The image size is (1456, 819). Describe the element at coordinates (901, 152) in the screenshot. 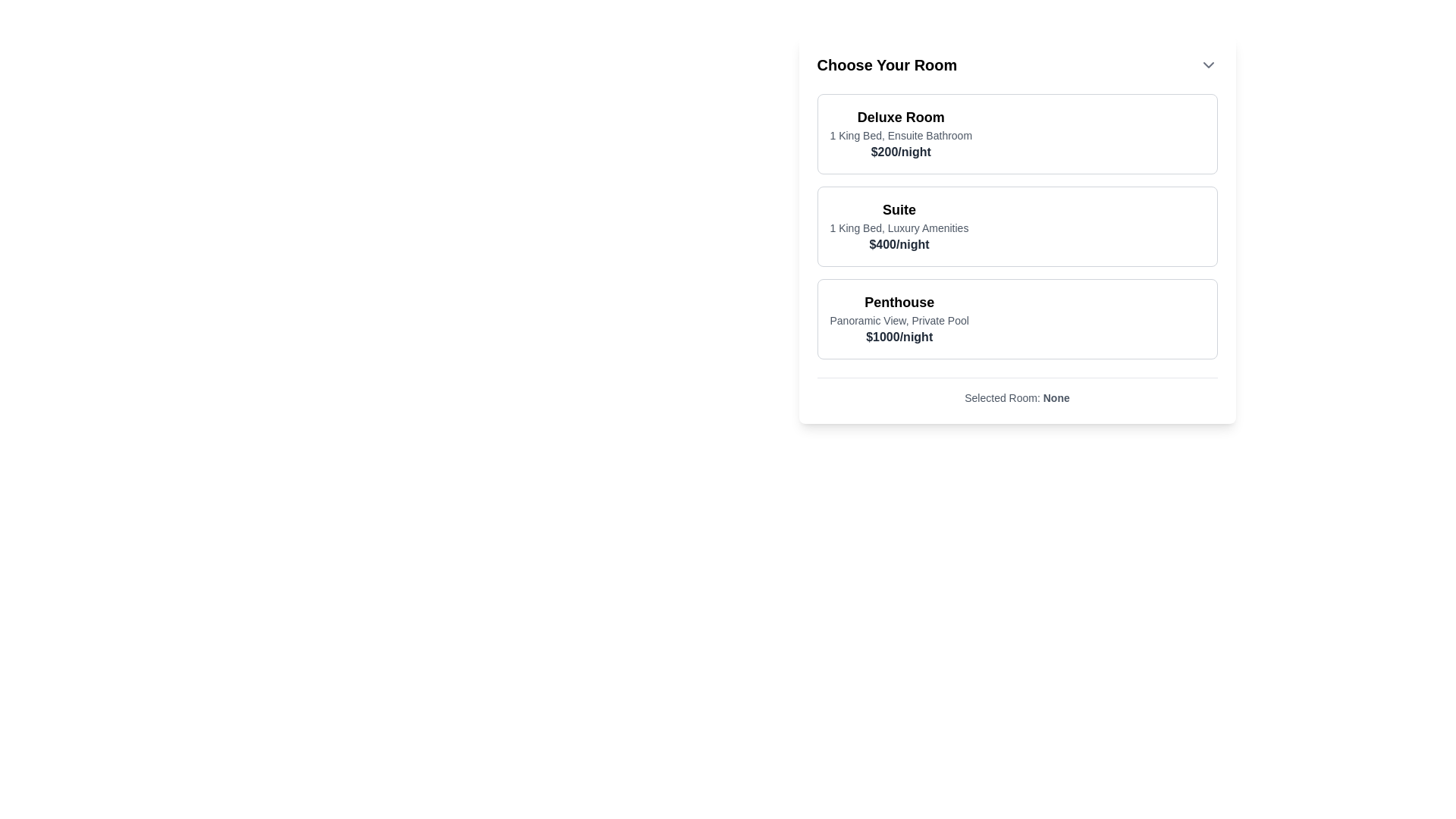

I see `the Text Display showing '$200/night' in bold and dark gray located below the room description for the 'Deluxe Room' option` at that location.